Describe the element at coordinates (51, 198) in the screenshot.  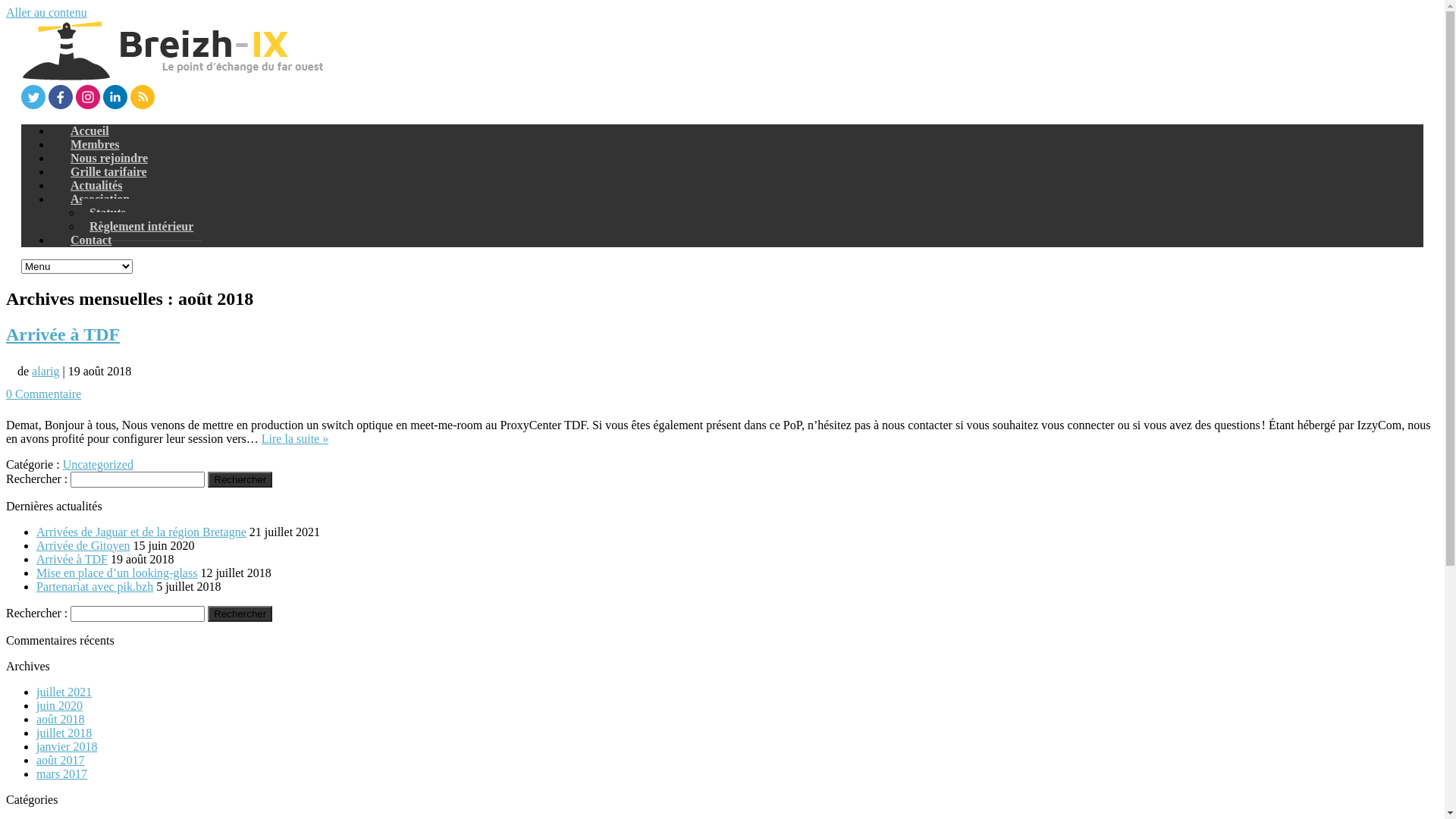
I see `'Association'` at that location.